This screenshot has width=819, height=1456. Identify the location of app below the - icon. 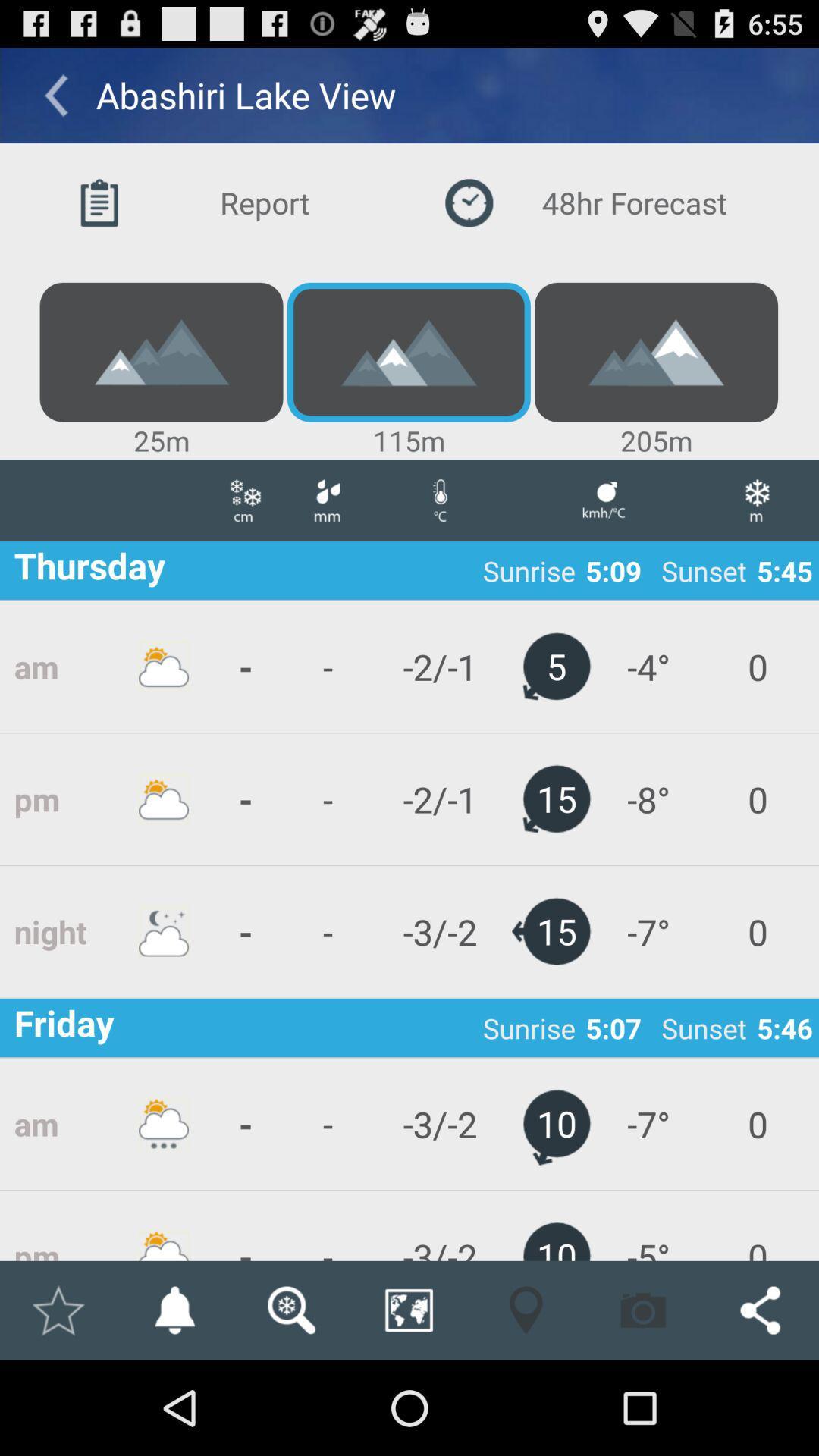
(327, 930).